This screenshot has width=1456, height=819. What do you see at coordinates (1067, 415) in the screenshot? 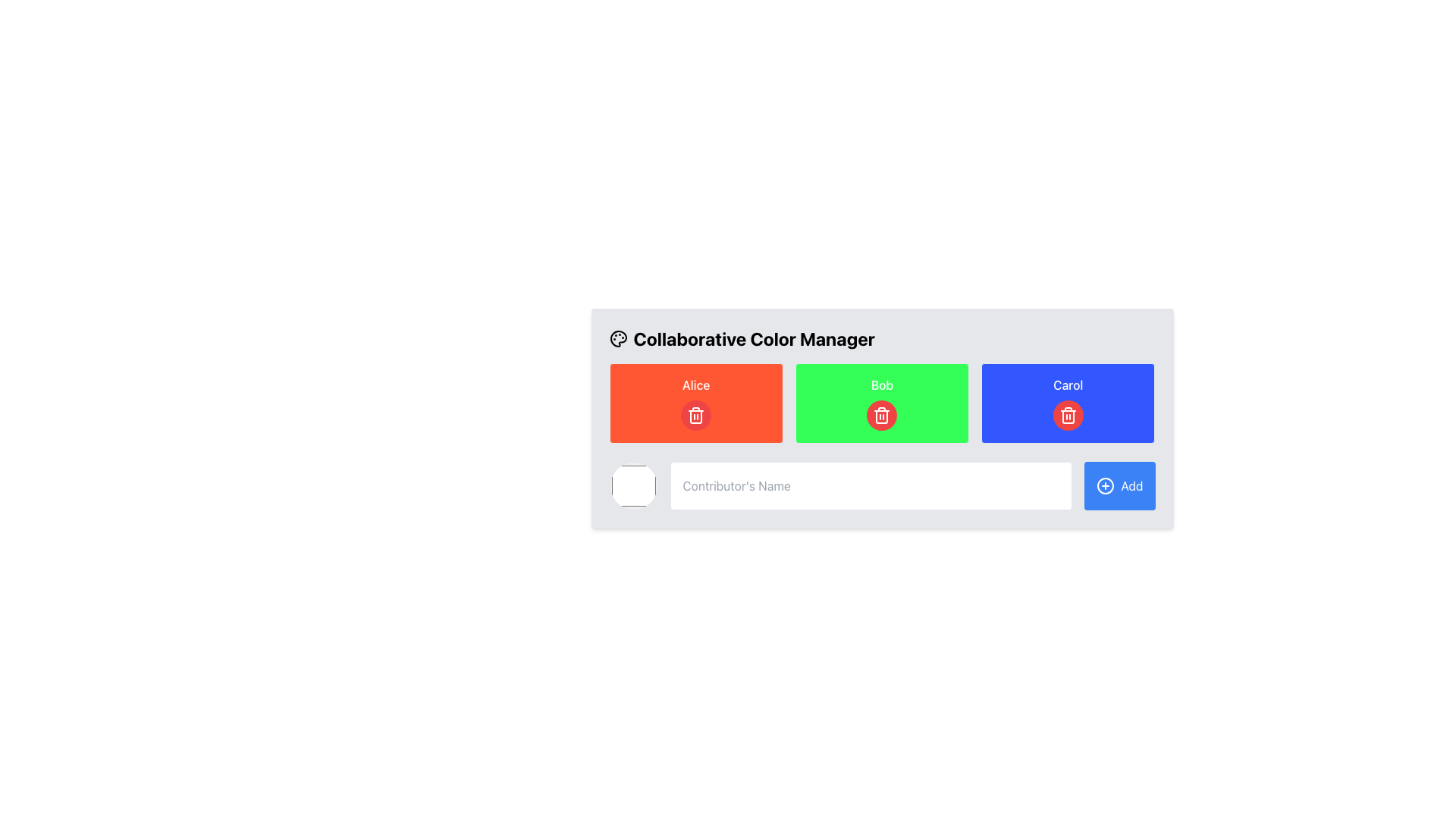
I see `the delete button located below the label 'Carol' in the third card to initiate the delete action for the user 'Carol'` at bounding box center [1067, 415].